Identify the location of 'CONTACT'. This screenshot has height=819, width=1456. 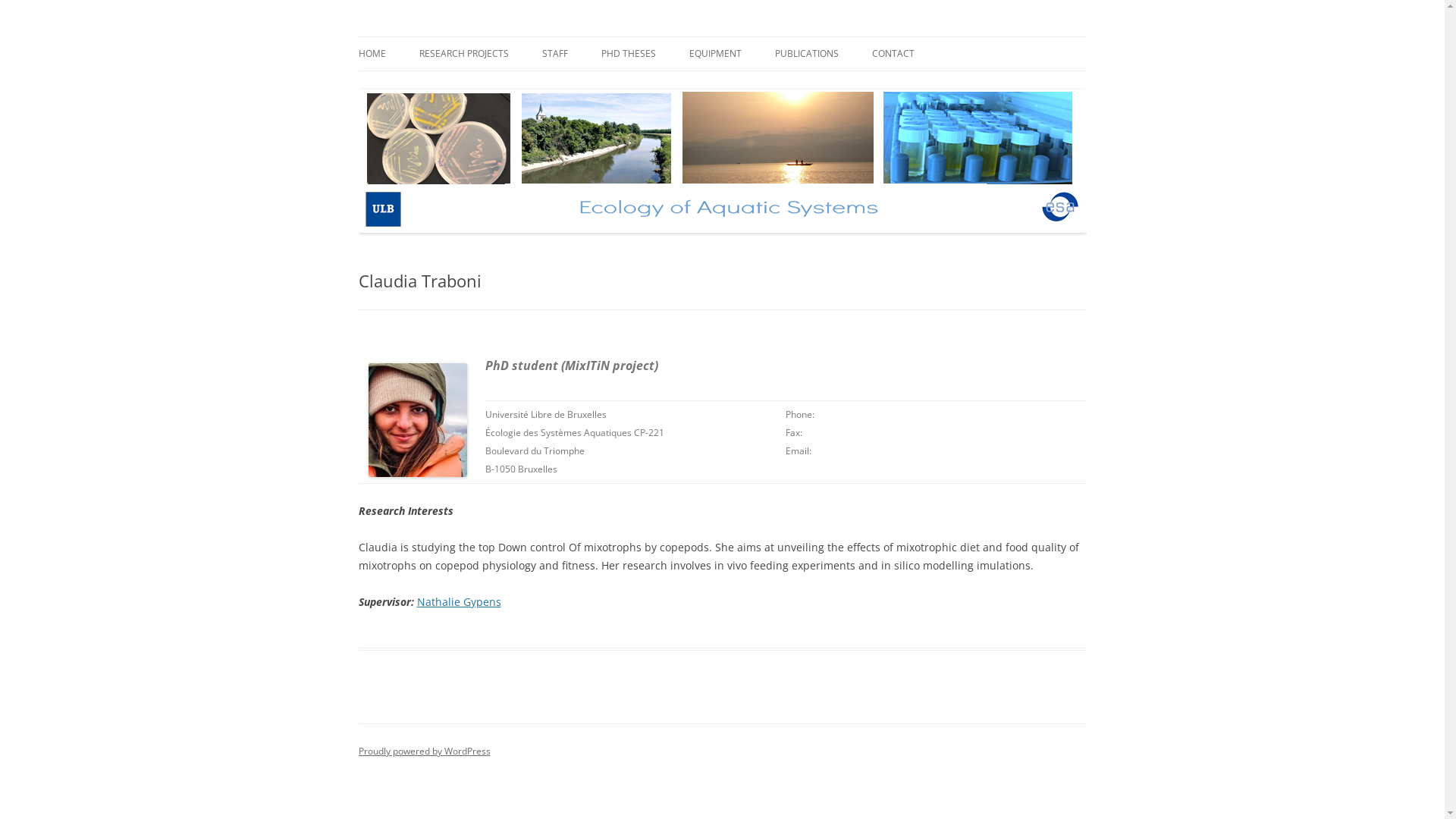
(893, 52).